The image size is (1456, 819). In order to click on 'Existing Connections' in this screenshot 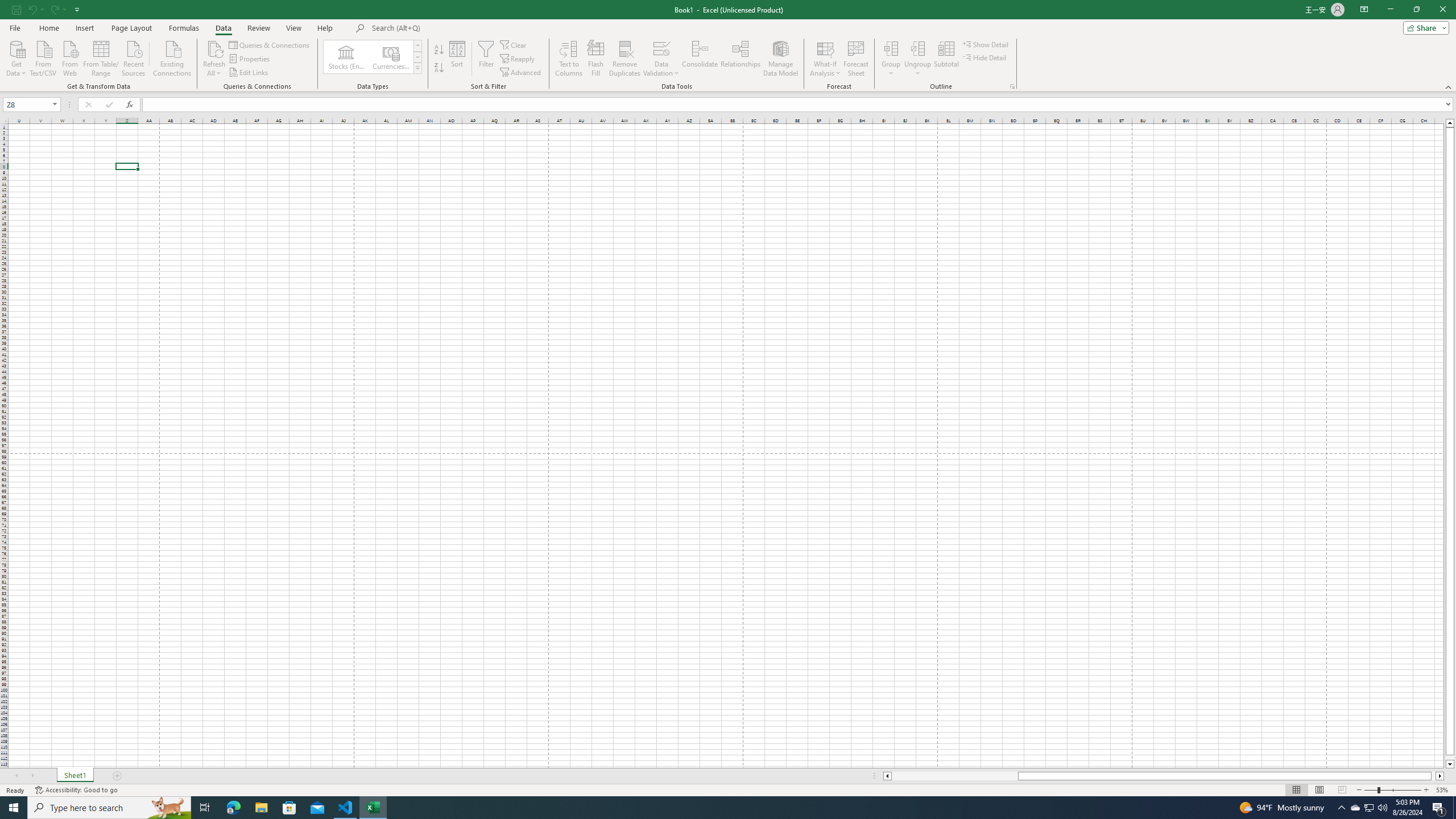, I will do `click(171, 57)`.